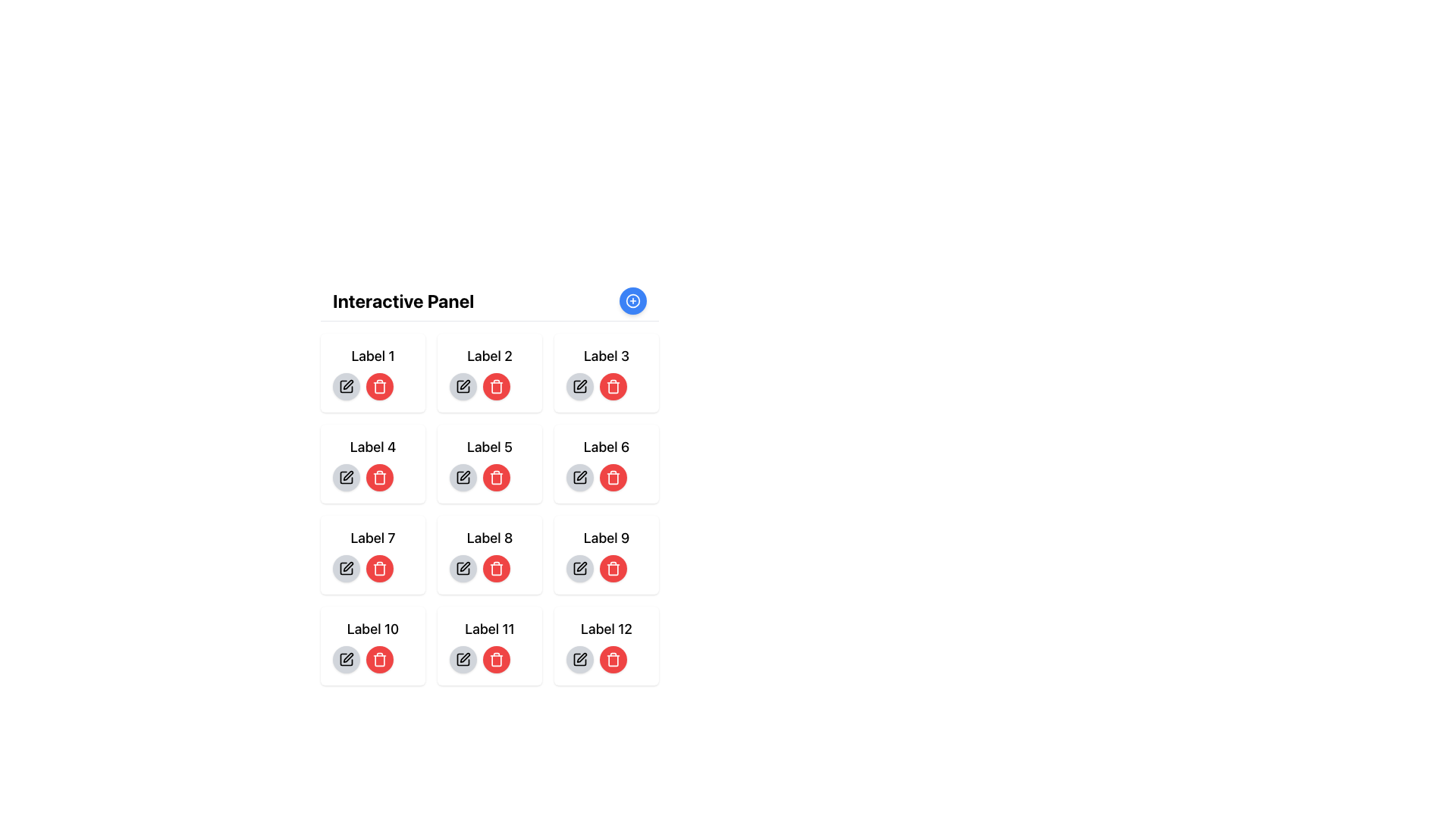 This screenshot has width=1456, height=819. Describe the element at coordinates (633, 301) in the screenshot. I see `the addition icon located in the top-right corner of the interface above the 'Interactive Panel'` at that location.